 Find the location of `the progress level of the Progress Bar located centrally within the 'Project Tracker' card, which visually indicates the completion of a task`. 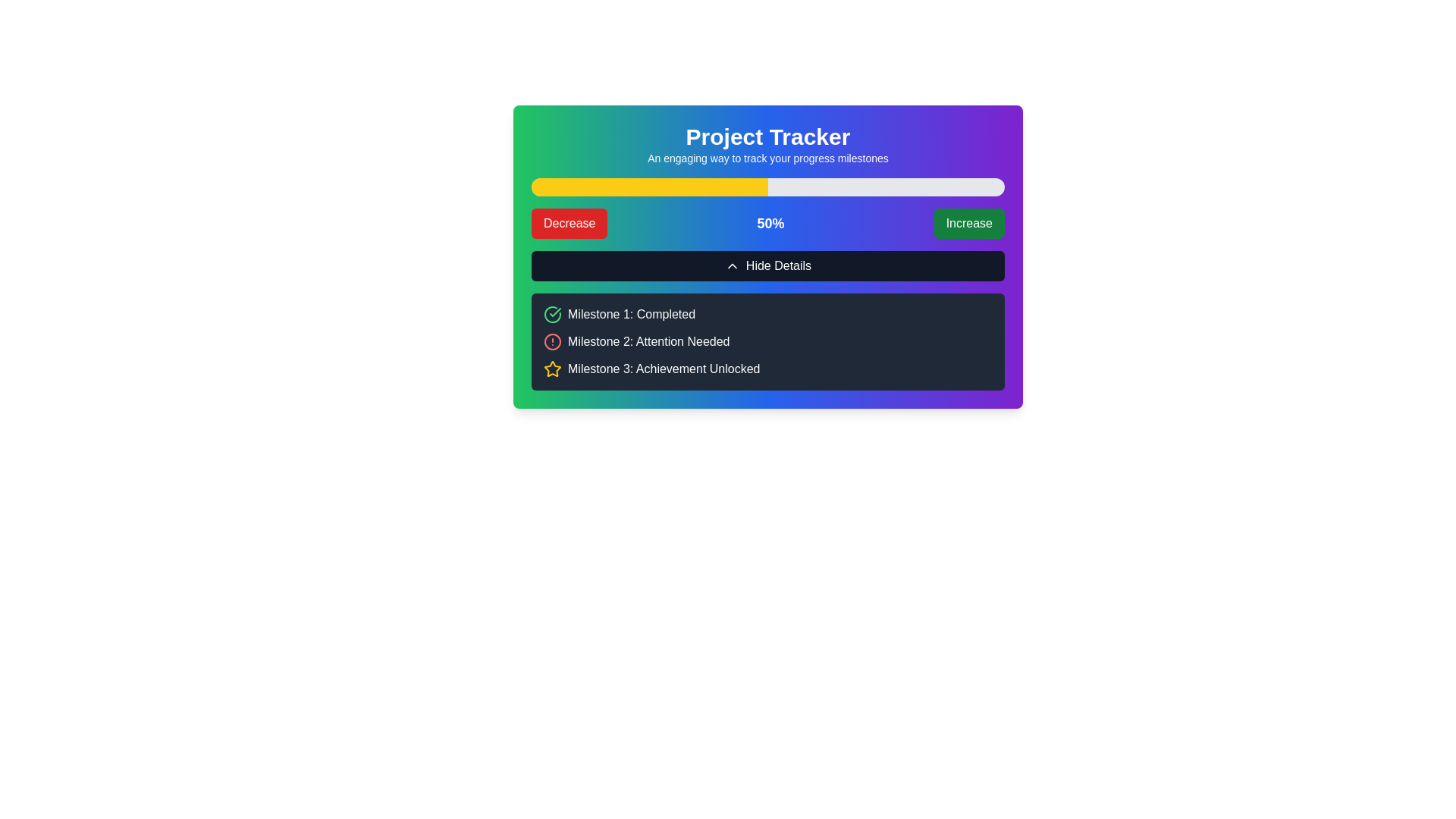

the progress level of the Progress Bar located centrally within the 'Project Tracker' card, which visually indicates the completion of a task is located at coordinates (767, 186).